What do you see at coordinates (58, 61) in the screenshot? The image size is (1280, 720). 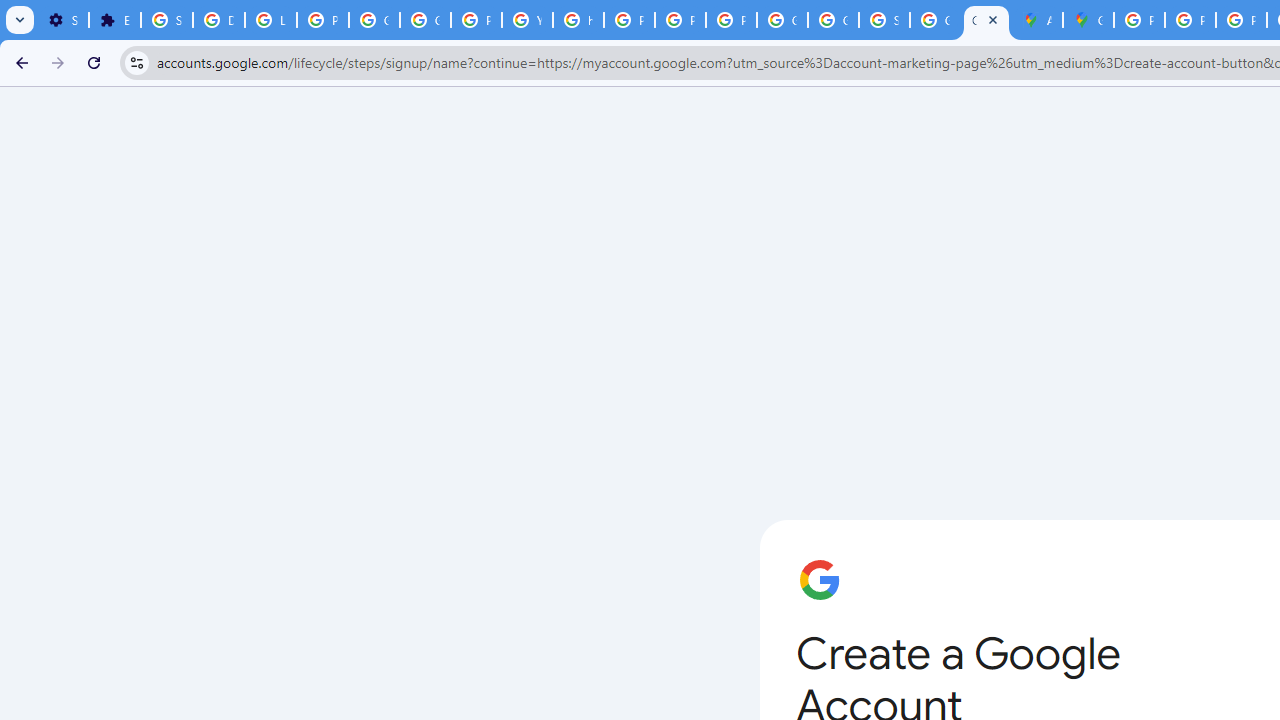 I see `'Forward'` at bounding box center [58, 61].